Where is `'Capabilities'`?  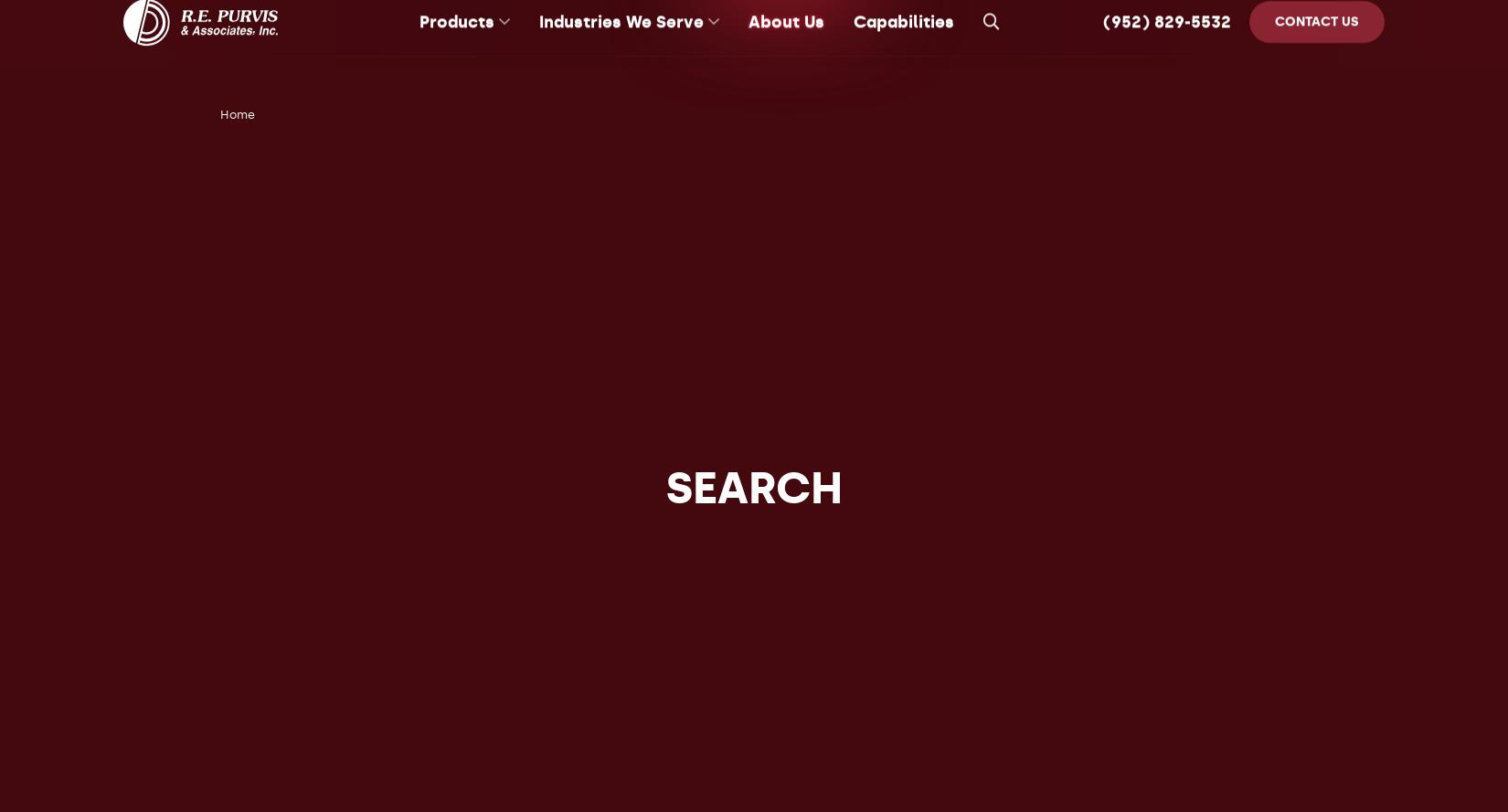 'Capabilities' is located at coordinates (903, 44).